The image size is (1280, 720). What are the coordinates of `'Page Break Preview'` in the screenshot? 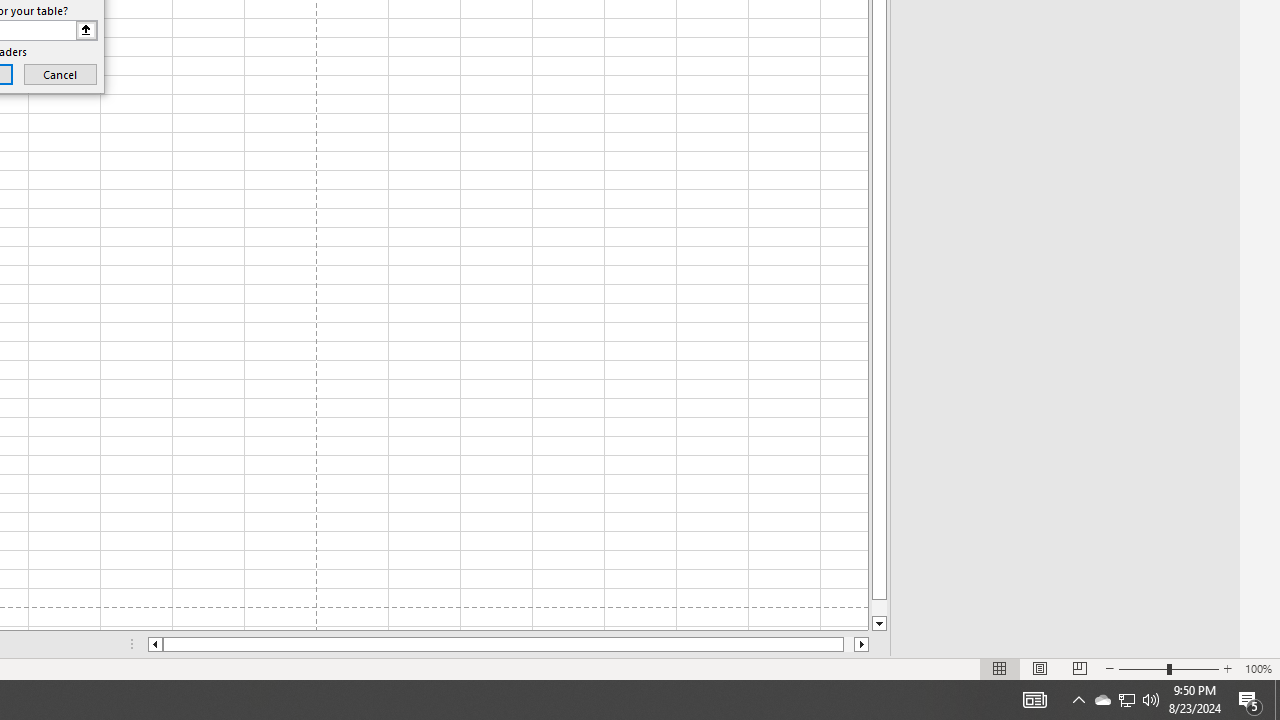 It's located at (1078, 669).